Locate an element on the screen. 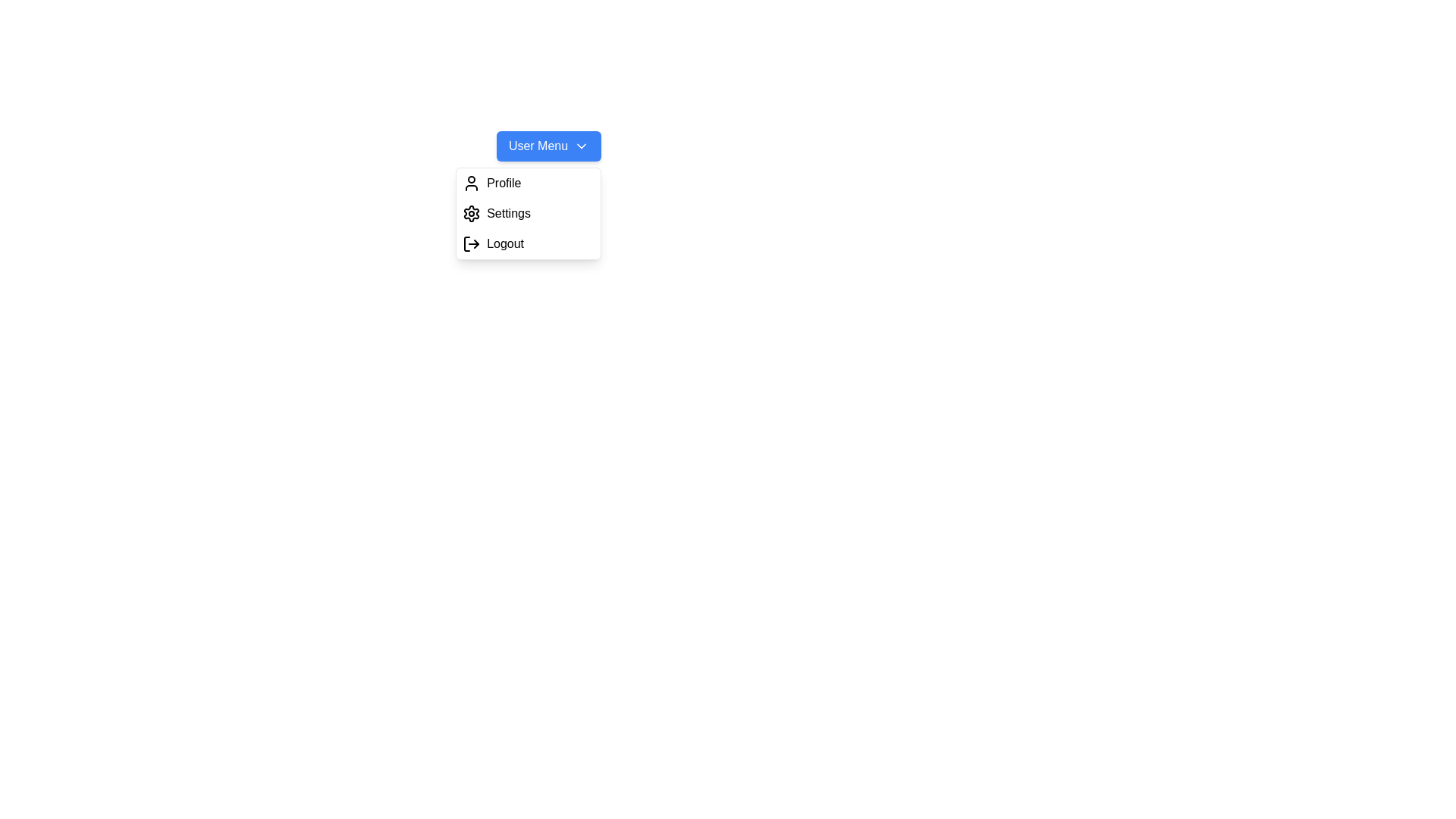  the logout icon element, which is a minimalistic black icon resembling a logout symbol, located in the 'Logout' button section of a dropdown menu is located at coordinates (471, 243).